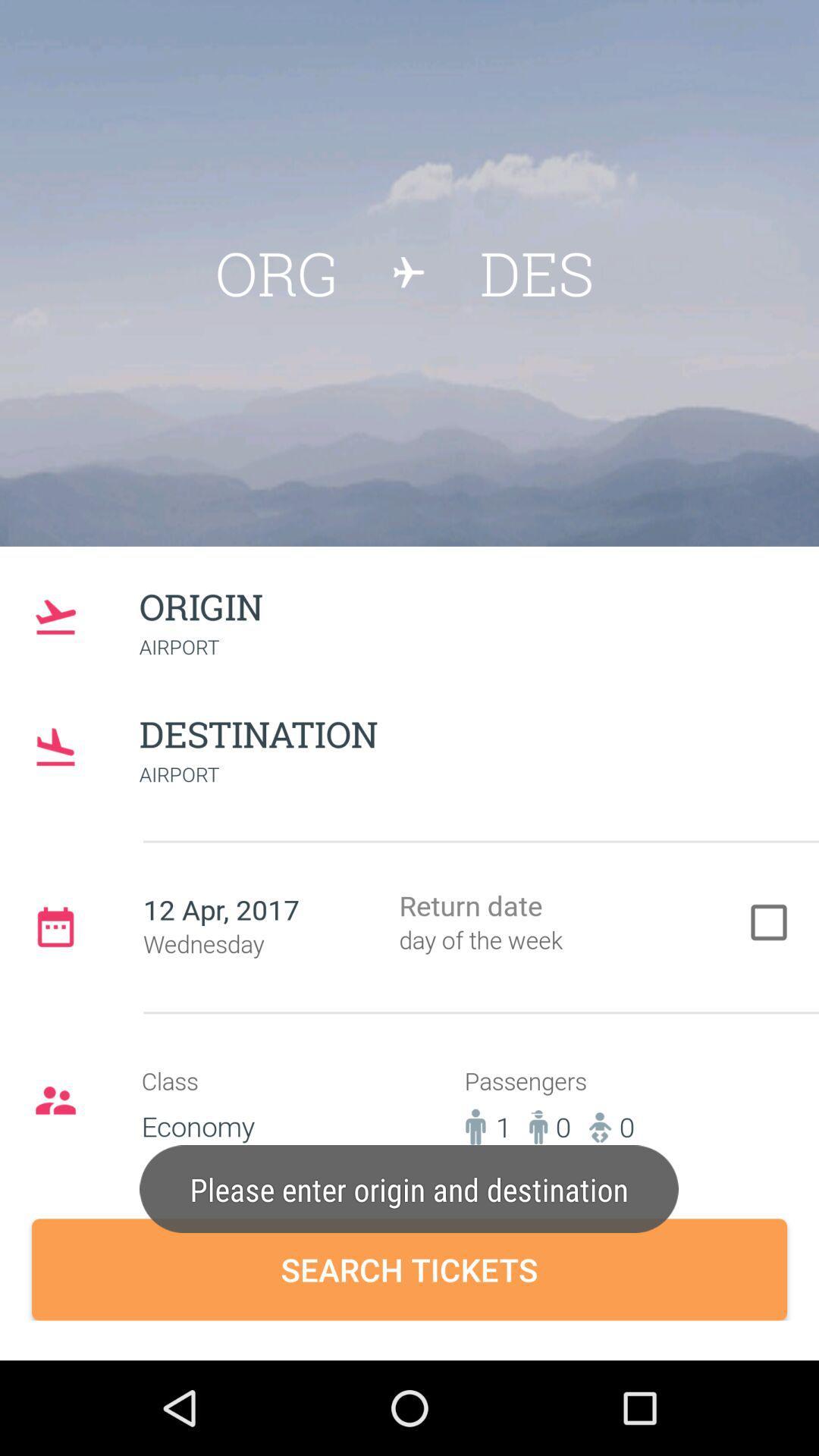 The image size is (819, 1456). I want to click on the check box of return date, so click(575, 924).